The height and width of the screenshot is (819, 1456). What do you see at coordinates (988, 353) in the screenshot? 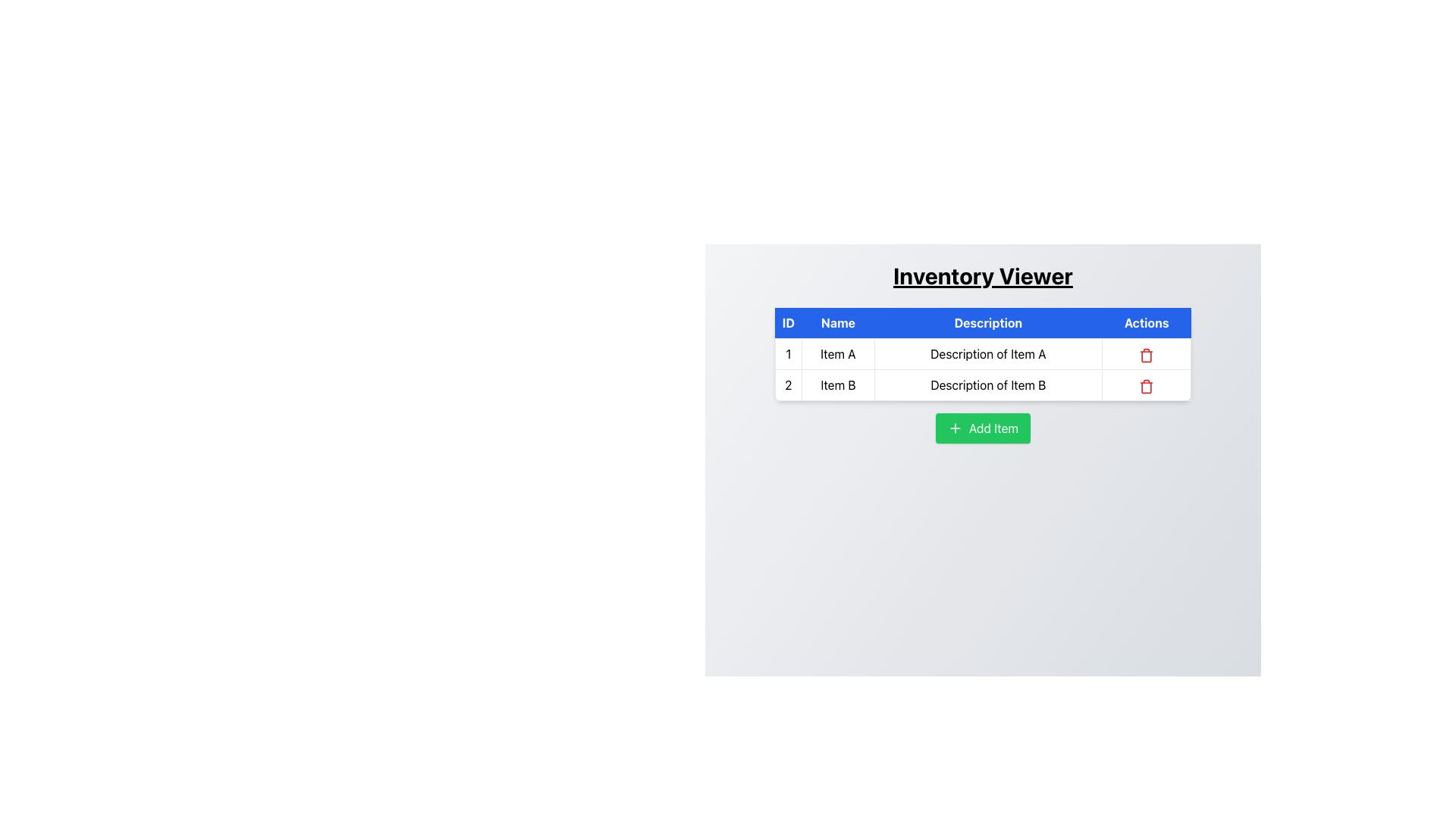
I see `textual content of the Table Cell displaying the description for 'Item A' in the inventory viewer table, located in the 'Description' column of the first row` at bounding box center [988, 353].